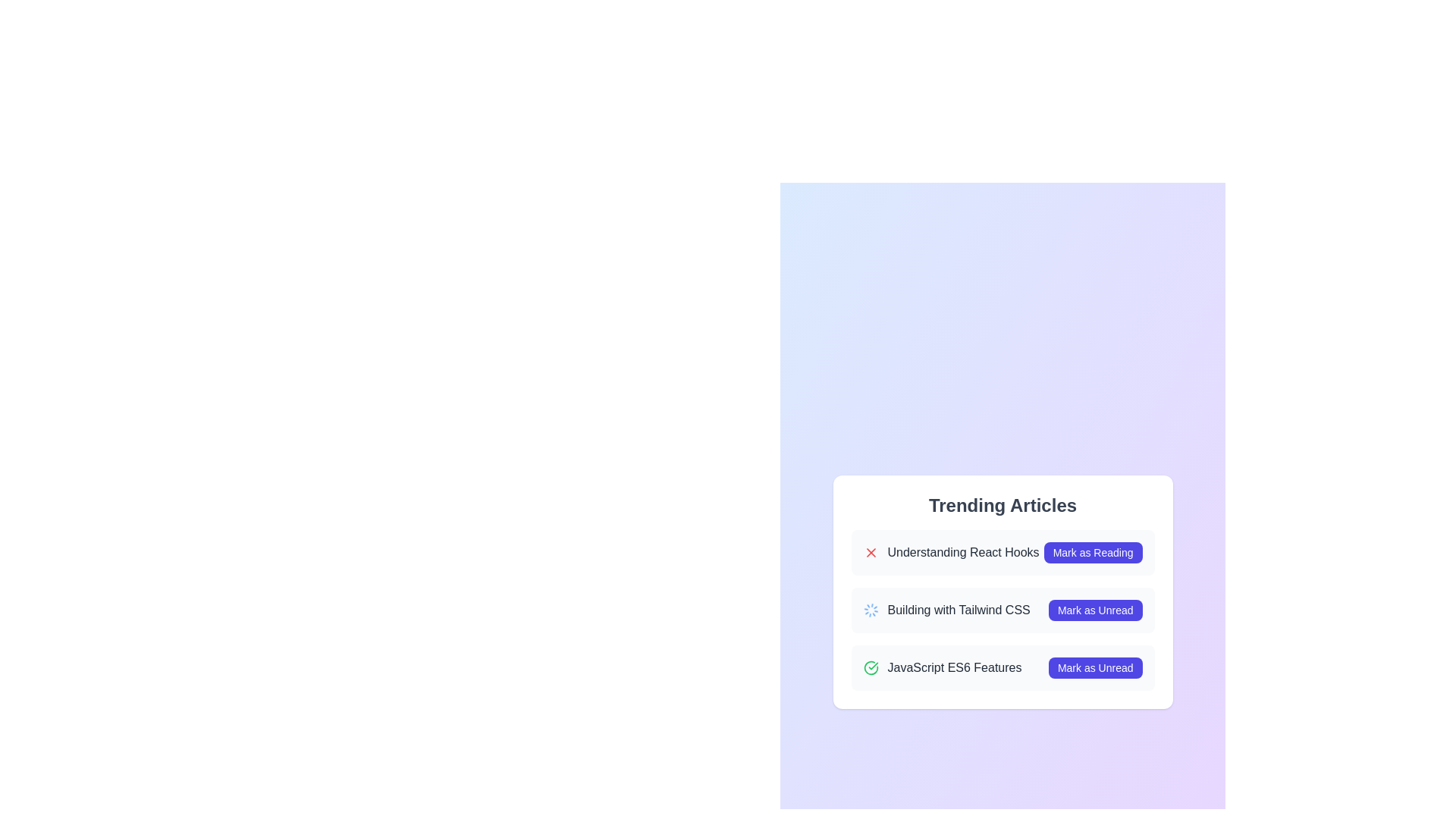 The image size is (1456, 819). I want to click on the static text displaying 'Building with Tailwind CSS', which is the second item under the 'Trending Articles' section, located between 'Understanding React Hooks' and 'JavaScript ES6 Features', so click(958, 610).